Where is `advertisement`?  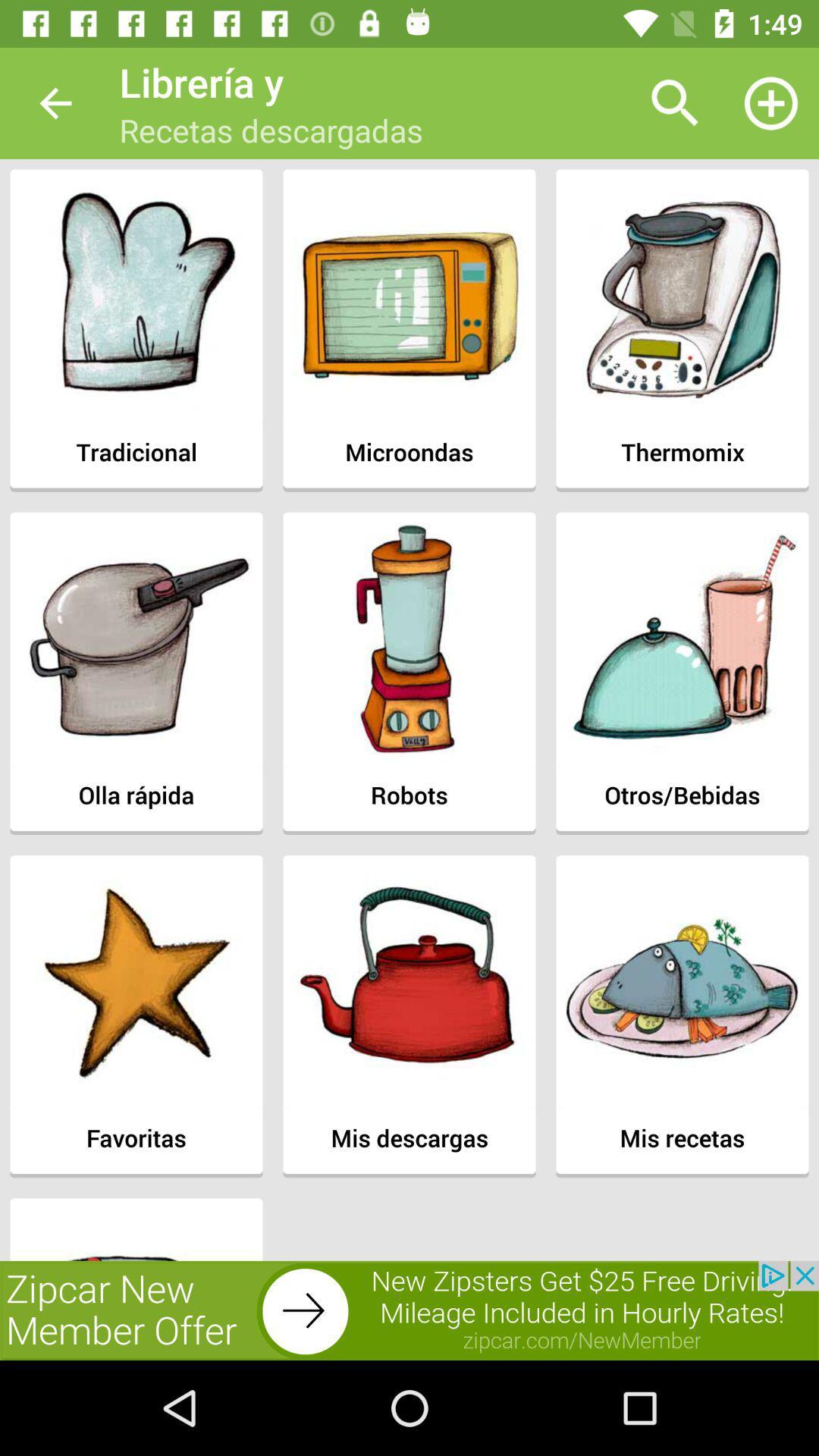
advertisement is located at coordinates (409, 1310).